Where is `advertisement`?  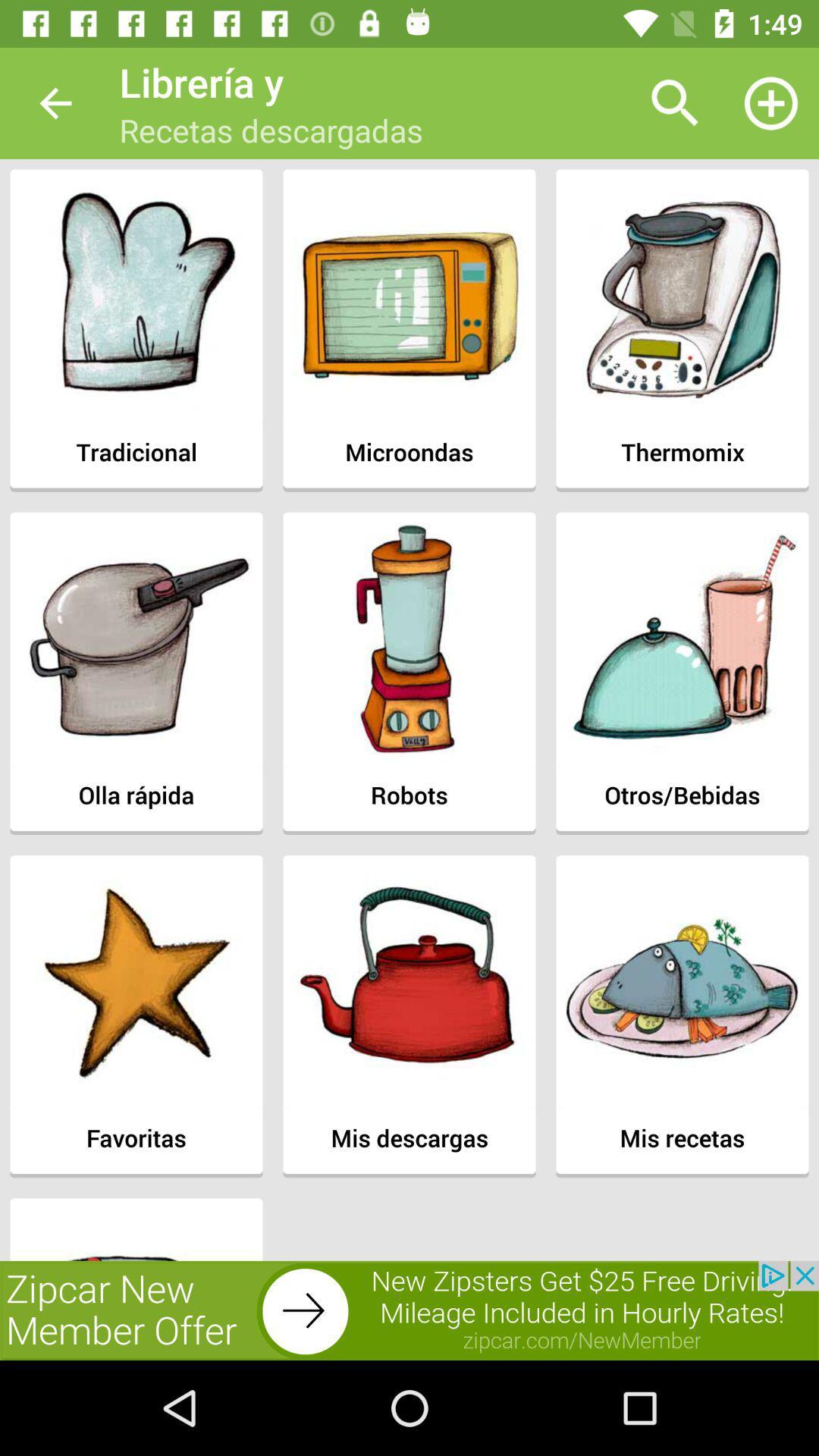
advertisement is located at coordinates (409, 1310).